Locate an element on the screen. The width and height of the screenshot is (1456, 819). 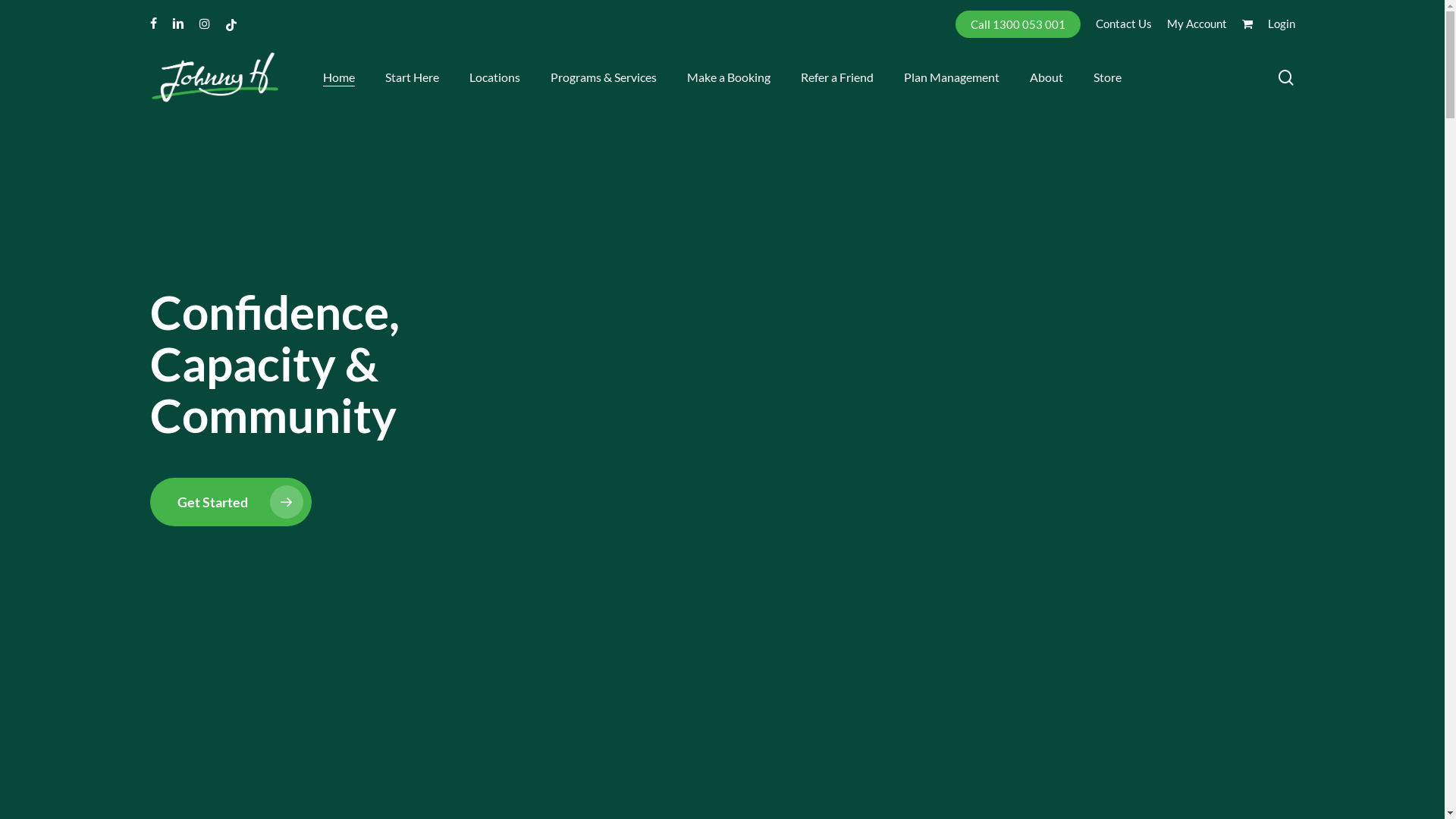
'instagram' is located at coordinates (198, 23).